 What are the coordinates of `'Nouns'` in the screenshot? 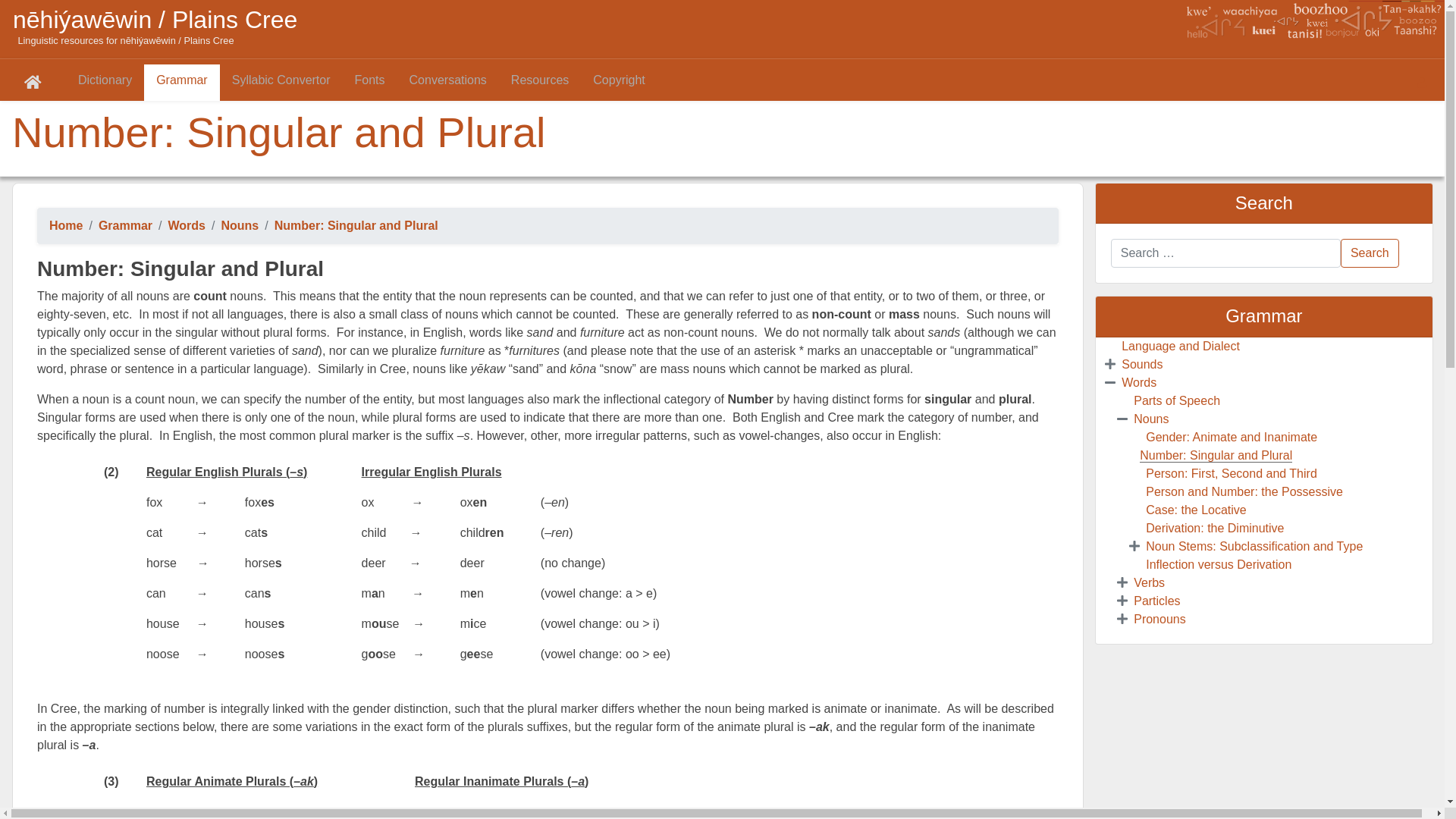 It's located at (239, 225).